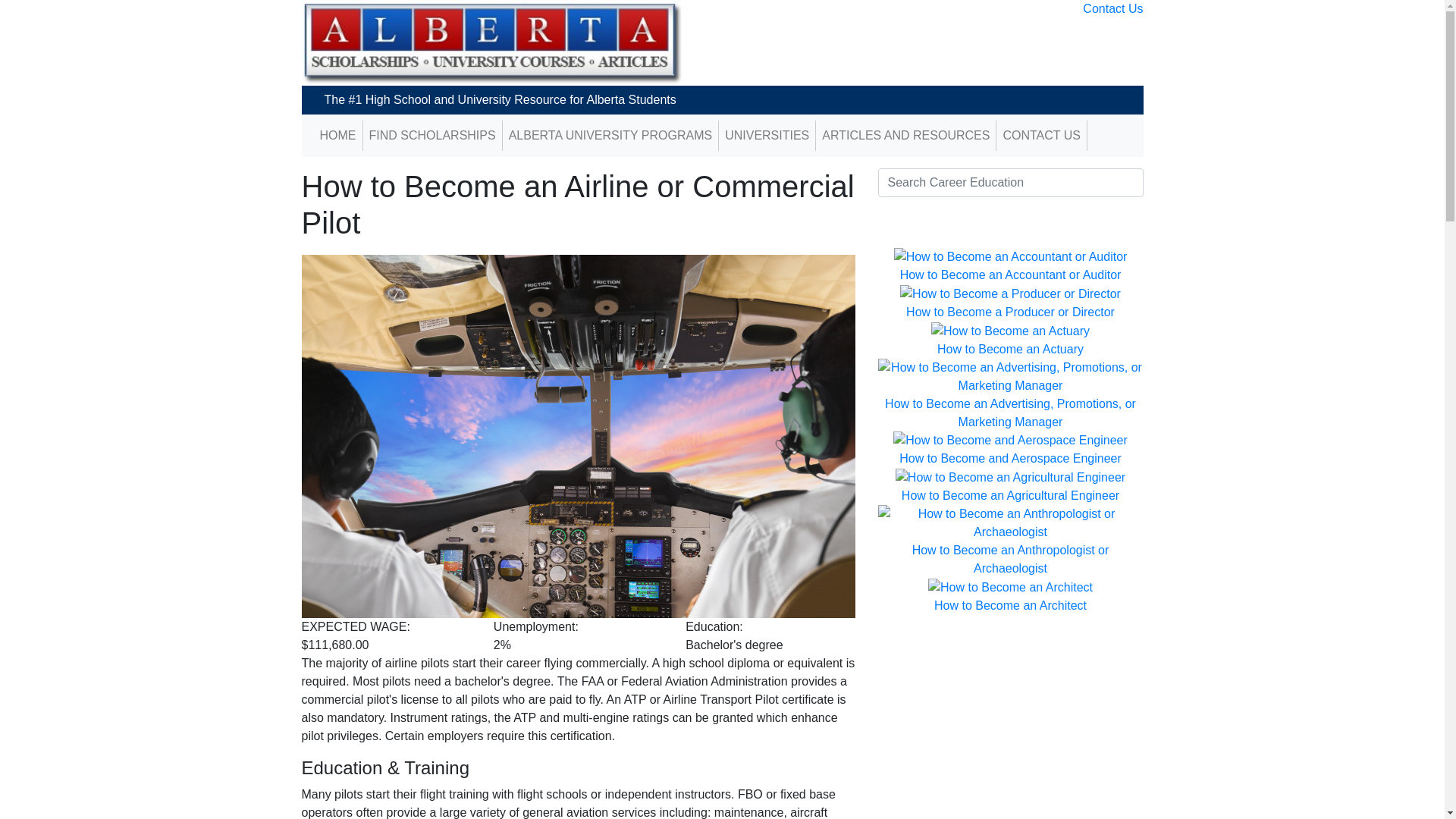 This screenshot has height=819, width=1456. I want to click on 'UNIVERSITIES', so click(767, 134).